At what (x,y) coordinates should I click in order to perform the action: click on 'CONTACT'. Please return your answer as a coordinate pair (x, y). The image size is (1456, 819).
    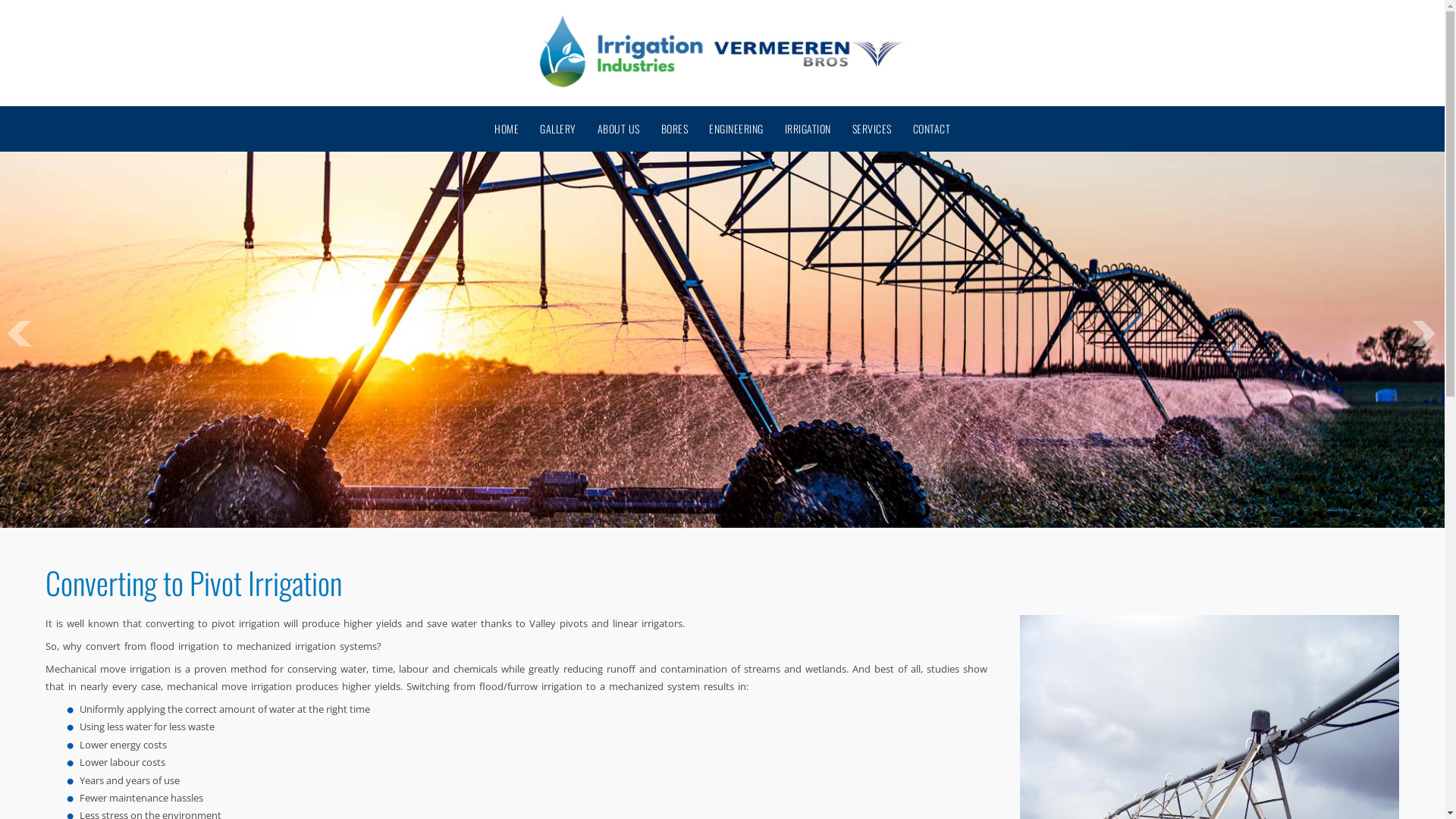
    Looking at the image, I should click on (930, 127).